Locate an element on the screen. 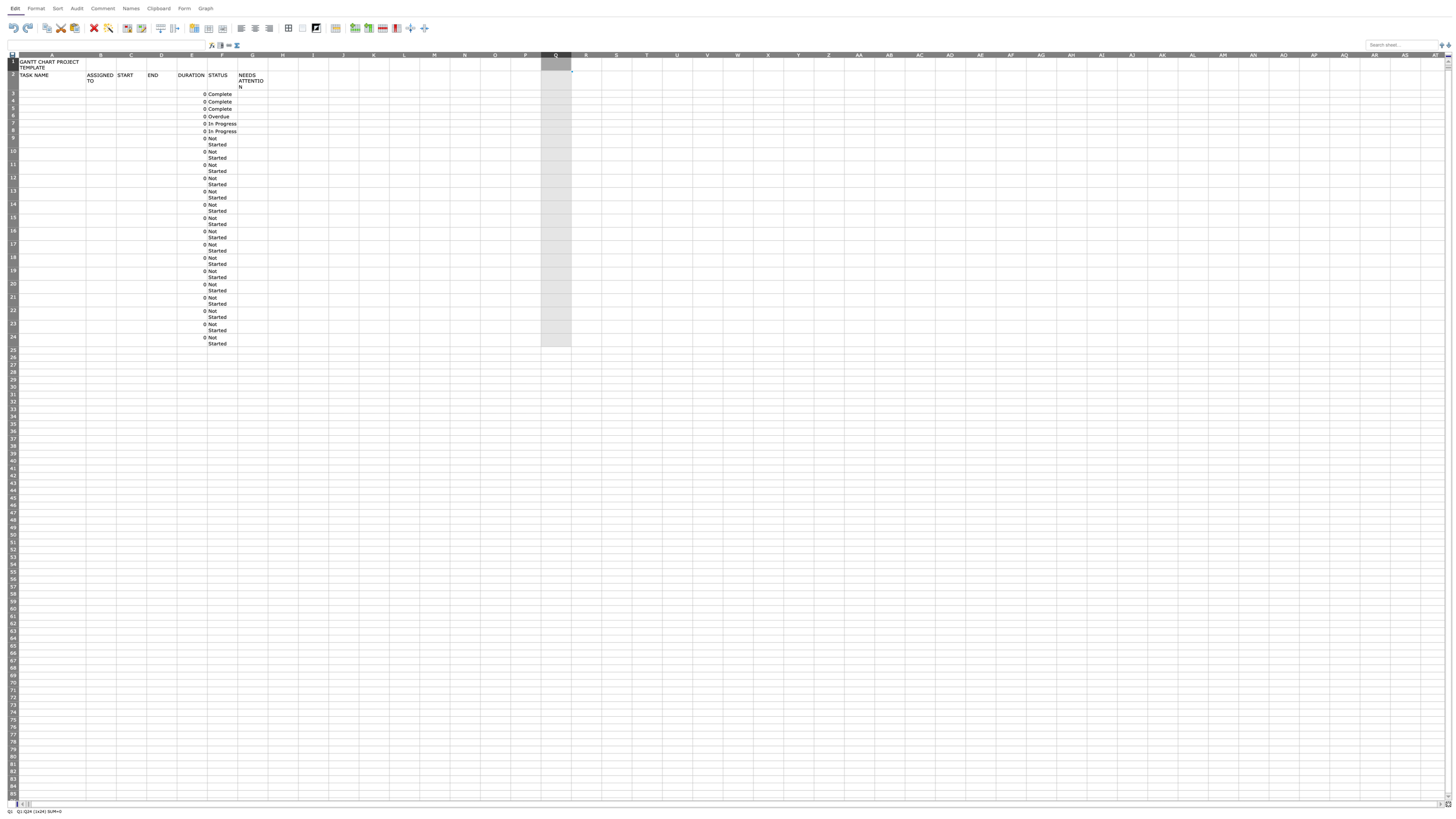  the resize handle of column T is located at coordinates (662, 54).